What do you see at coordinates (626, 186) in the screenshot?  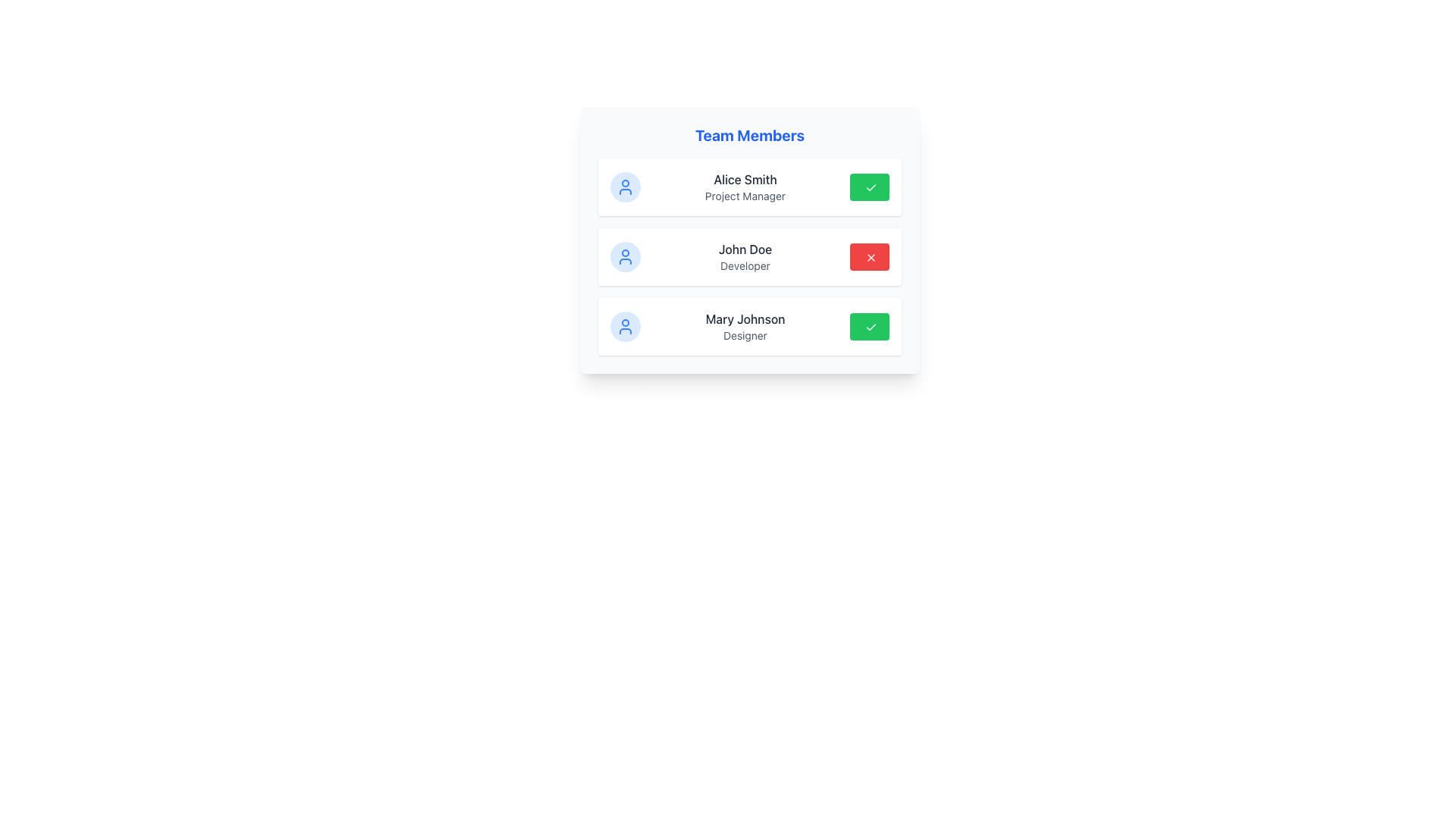 I see `the user icon representing a user, styled with a blue stroke on a transparent background, located in a light blue circular background, positioned above 'Alice Smith, Project Manager'` at bounding box center [626, 186].